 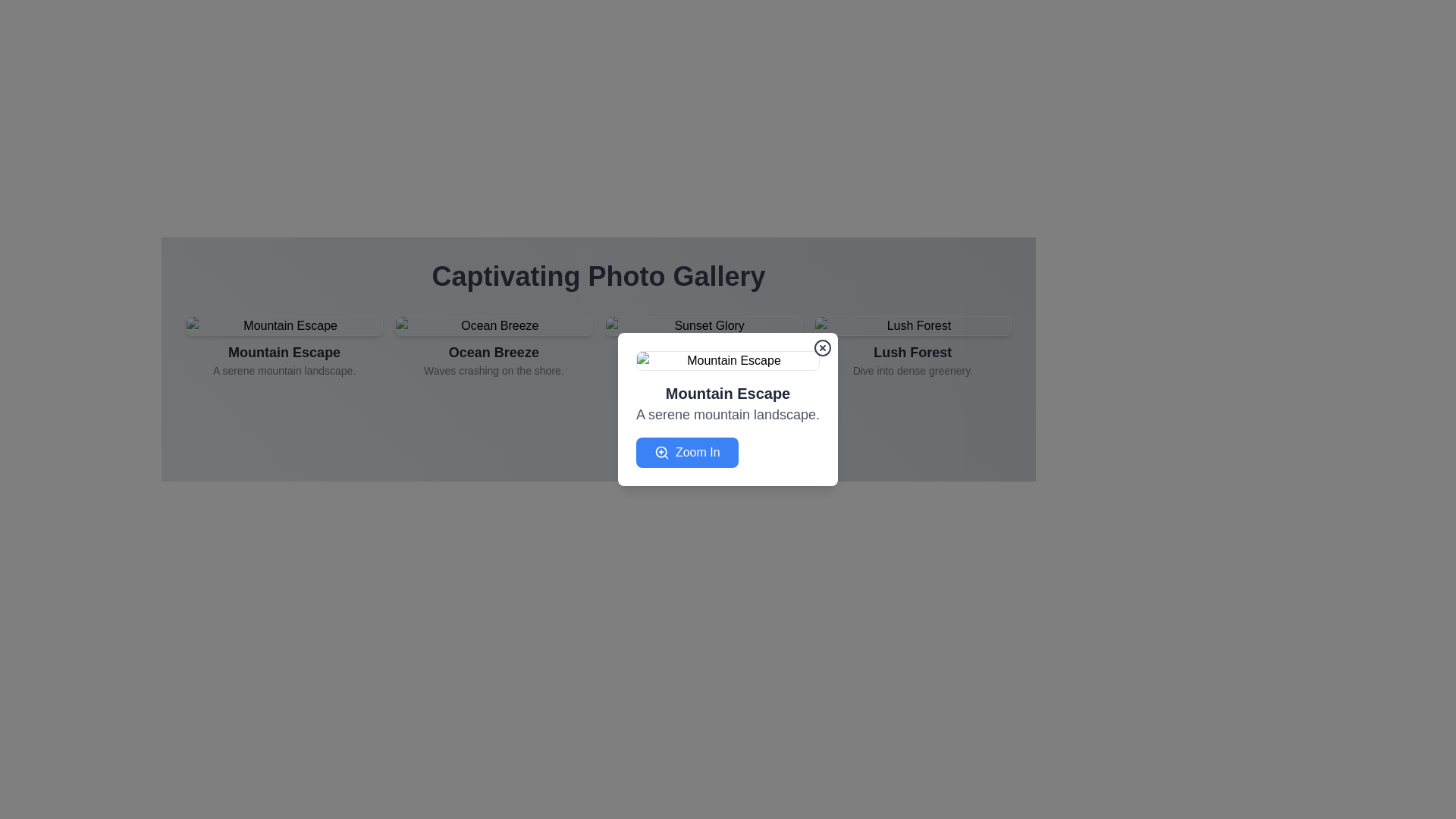 What do you see at coordinates (821, 348) in the screenshot?
I see `the circular button with a cross icon located at the top-right corner of the card displaying 'Mountain Escape' to change its color to red` at bounding box center [821, 348].